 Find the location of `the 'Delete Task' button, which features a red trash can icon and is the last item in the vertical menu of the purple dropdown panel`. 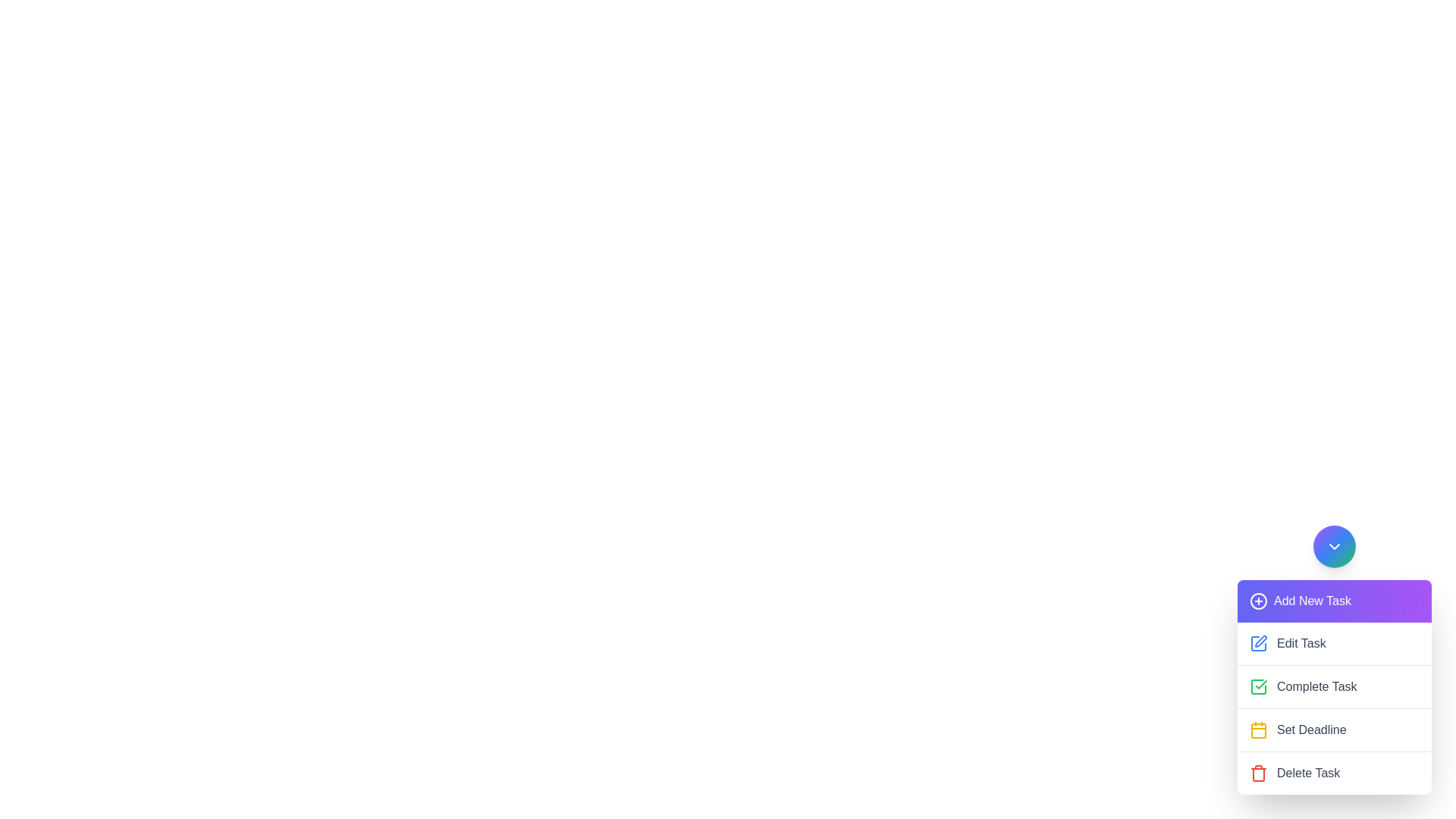

the 'Delete Task' button, which features a red trash can icon and is the last item in the vertical menu of the purple dropdown panel is located at coordinates (1335, 772).